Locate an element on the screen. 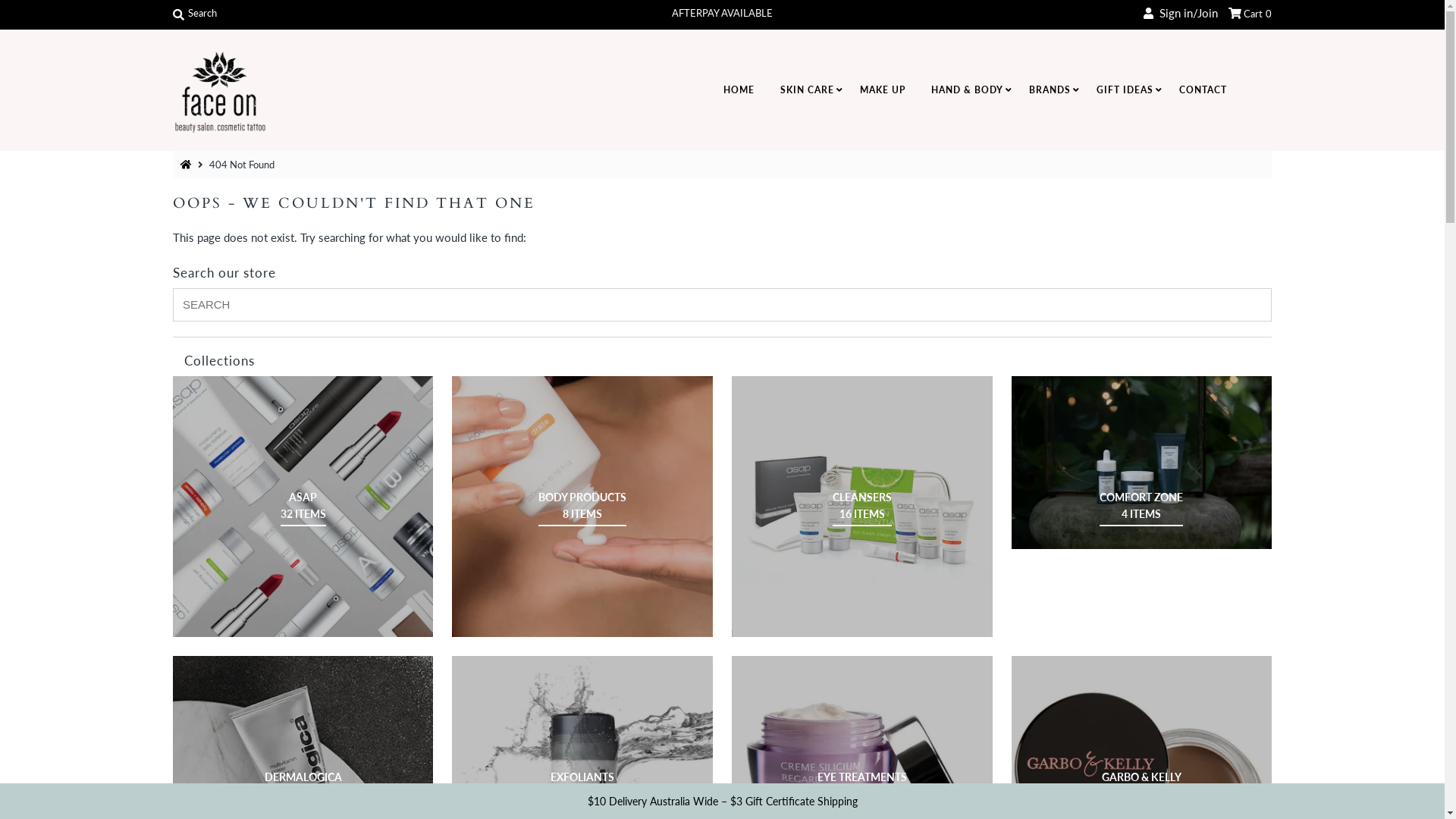  'CONTACT' is located at coordinates (1202, 90).